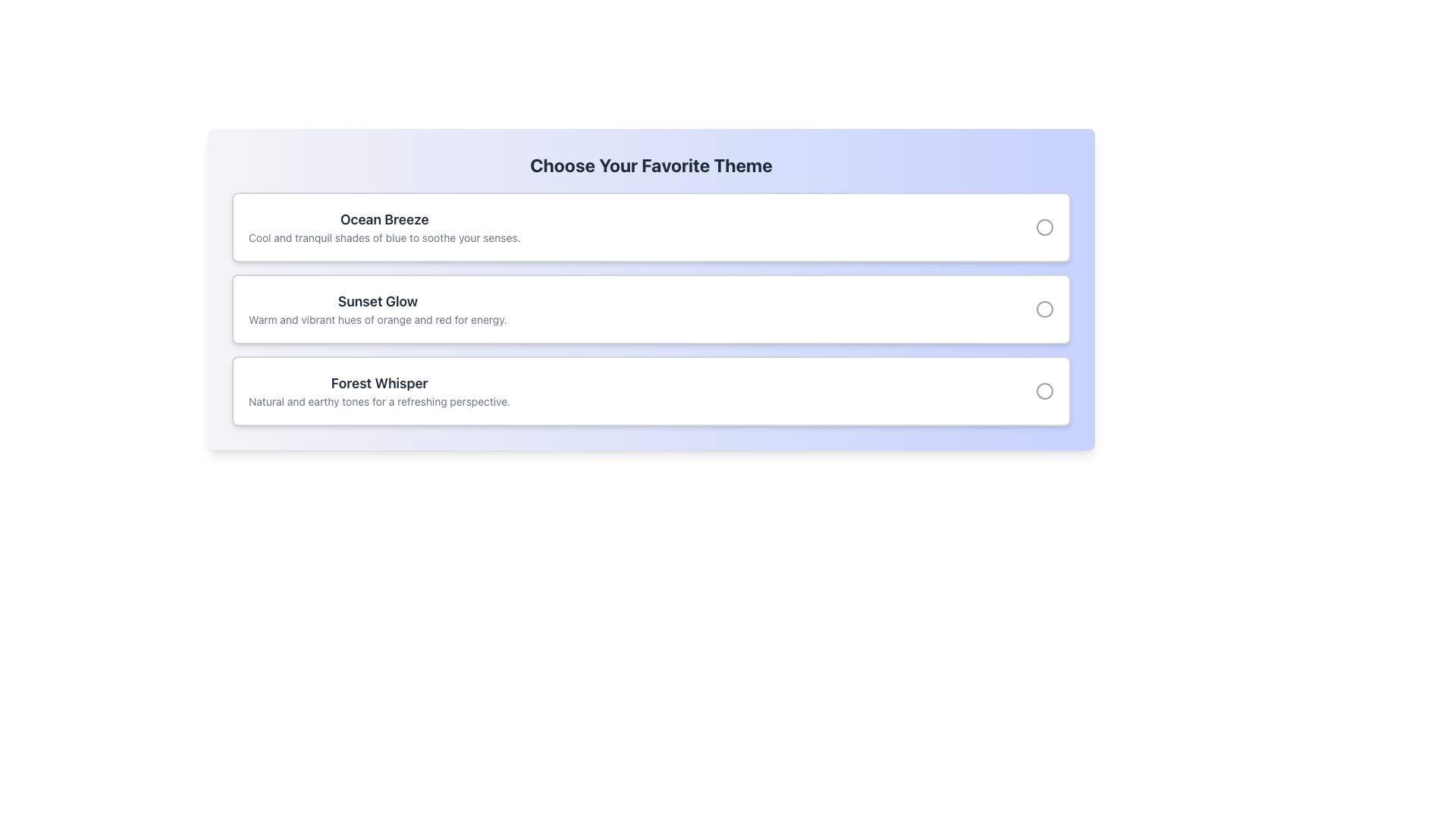 The width and height of the screenshot is (1456, 819). Describe the element at coordinates (378, 318) in the screenshot. I see `the text label providing additional details about the 'Sunset Glow' theme, positioned below the title in the second card of a vertical stack` at that location.